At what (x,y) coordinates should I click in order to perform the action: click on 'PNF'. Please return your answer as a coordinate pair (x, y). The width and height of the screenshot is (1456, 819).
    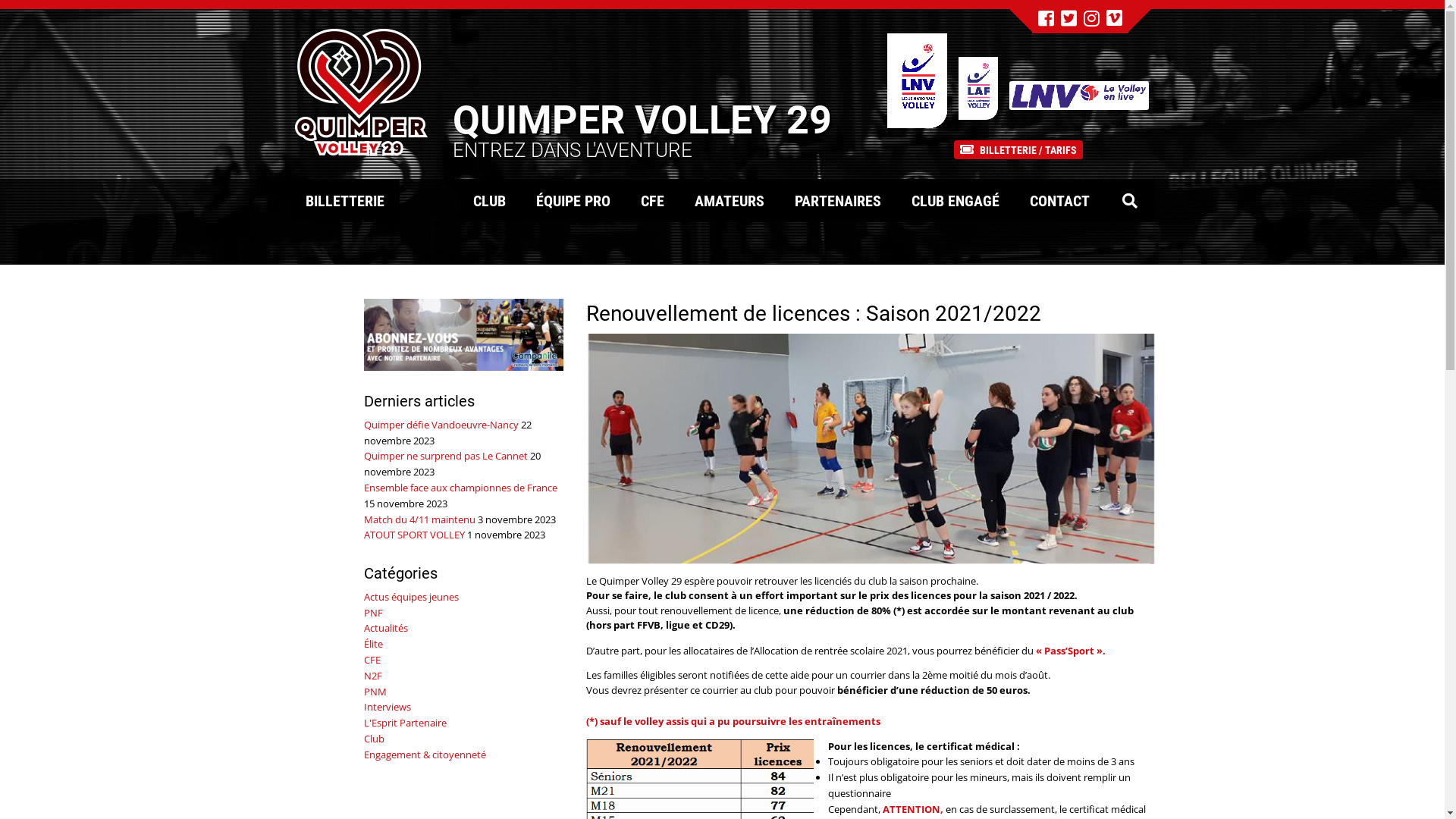
    Looking at the image, I should click on (373, 611).